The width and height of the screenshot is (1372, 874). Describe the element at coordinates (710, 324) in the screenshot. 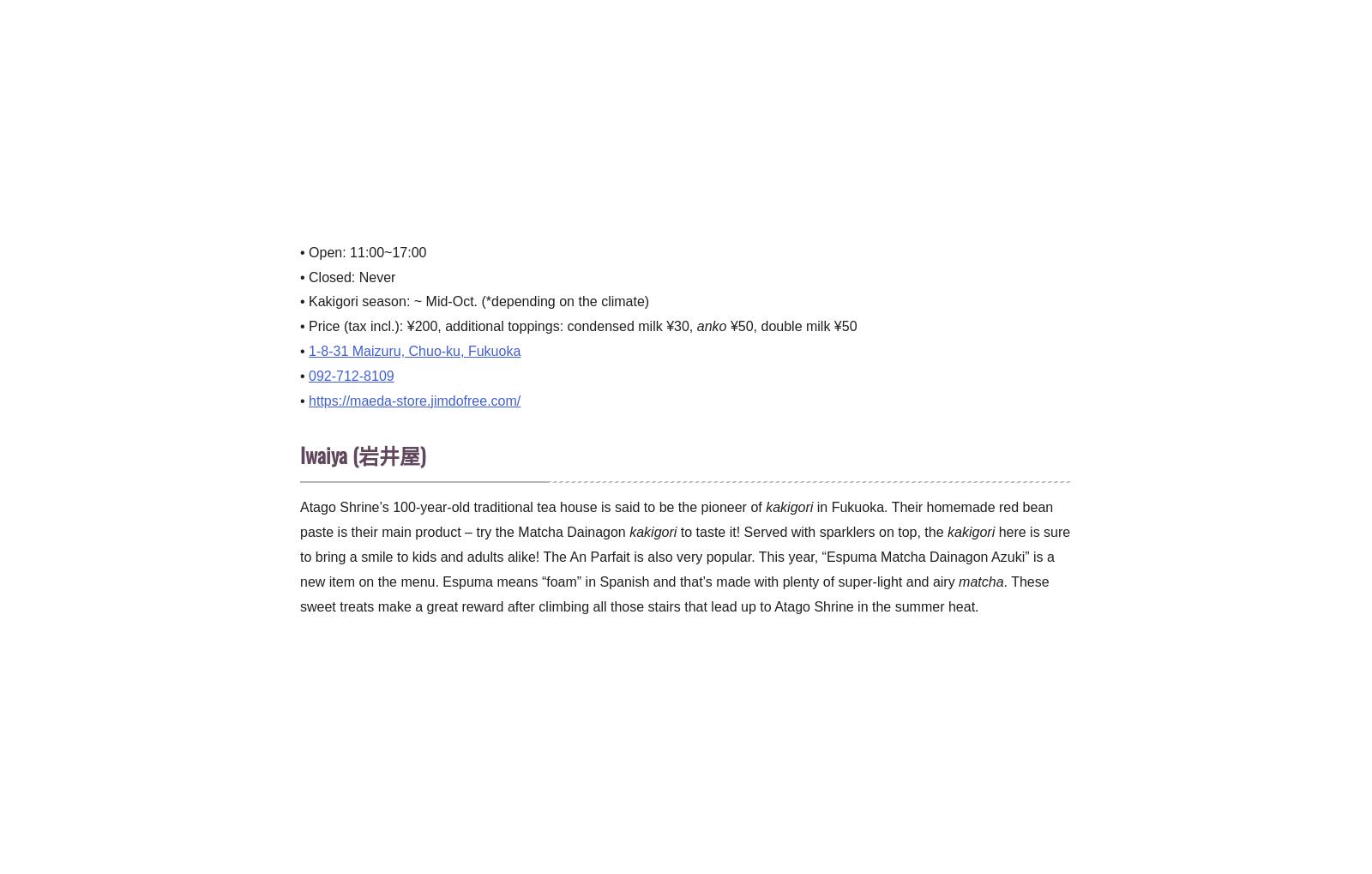

I see `'anko'` at that location.